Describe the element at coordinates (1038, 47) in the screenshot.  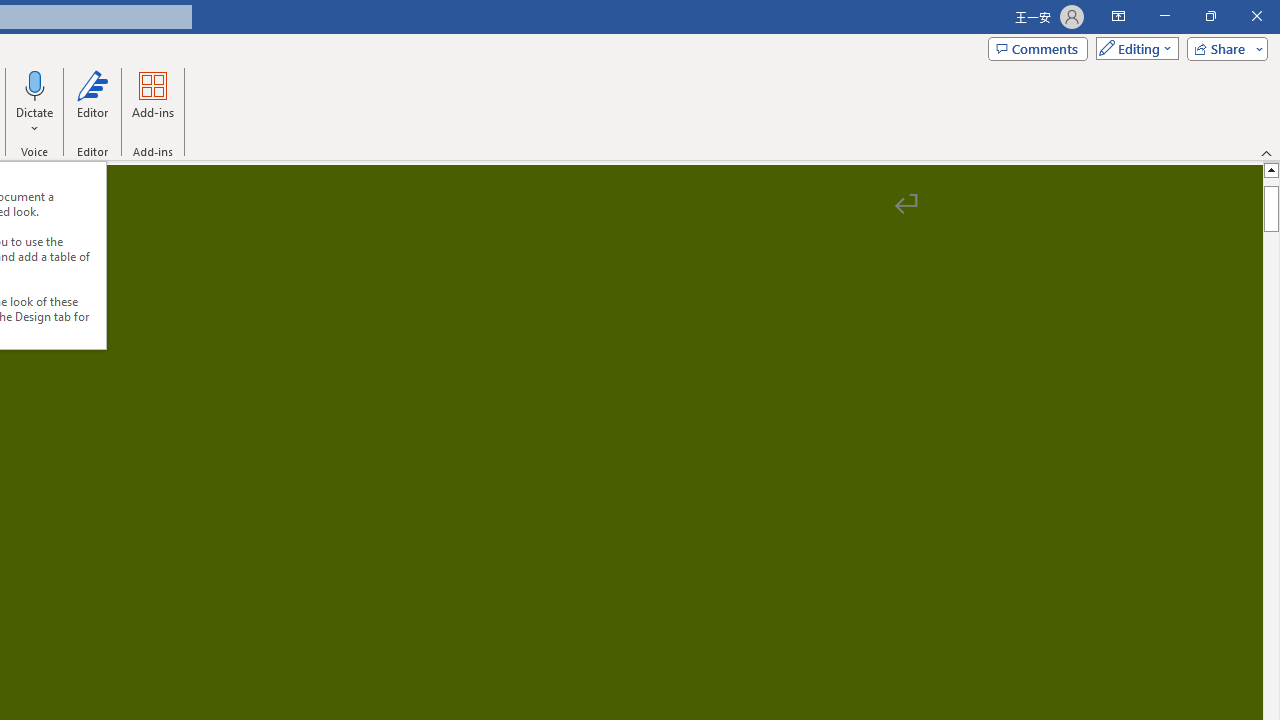
I see `'Comments'` at that location.